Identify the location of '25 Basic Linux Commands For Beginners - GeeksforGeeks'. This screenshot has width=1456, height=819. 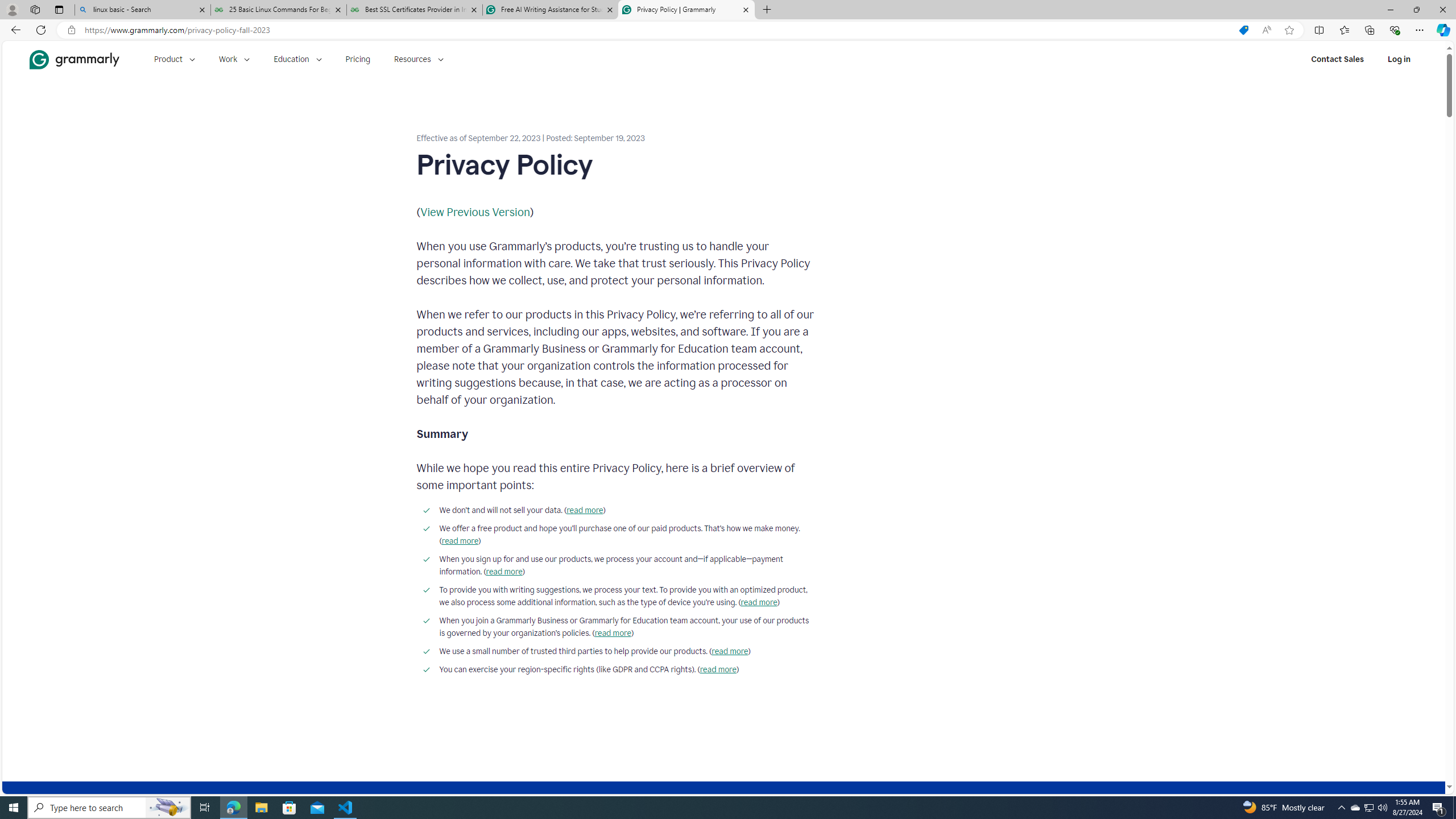
(278, 9).